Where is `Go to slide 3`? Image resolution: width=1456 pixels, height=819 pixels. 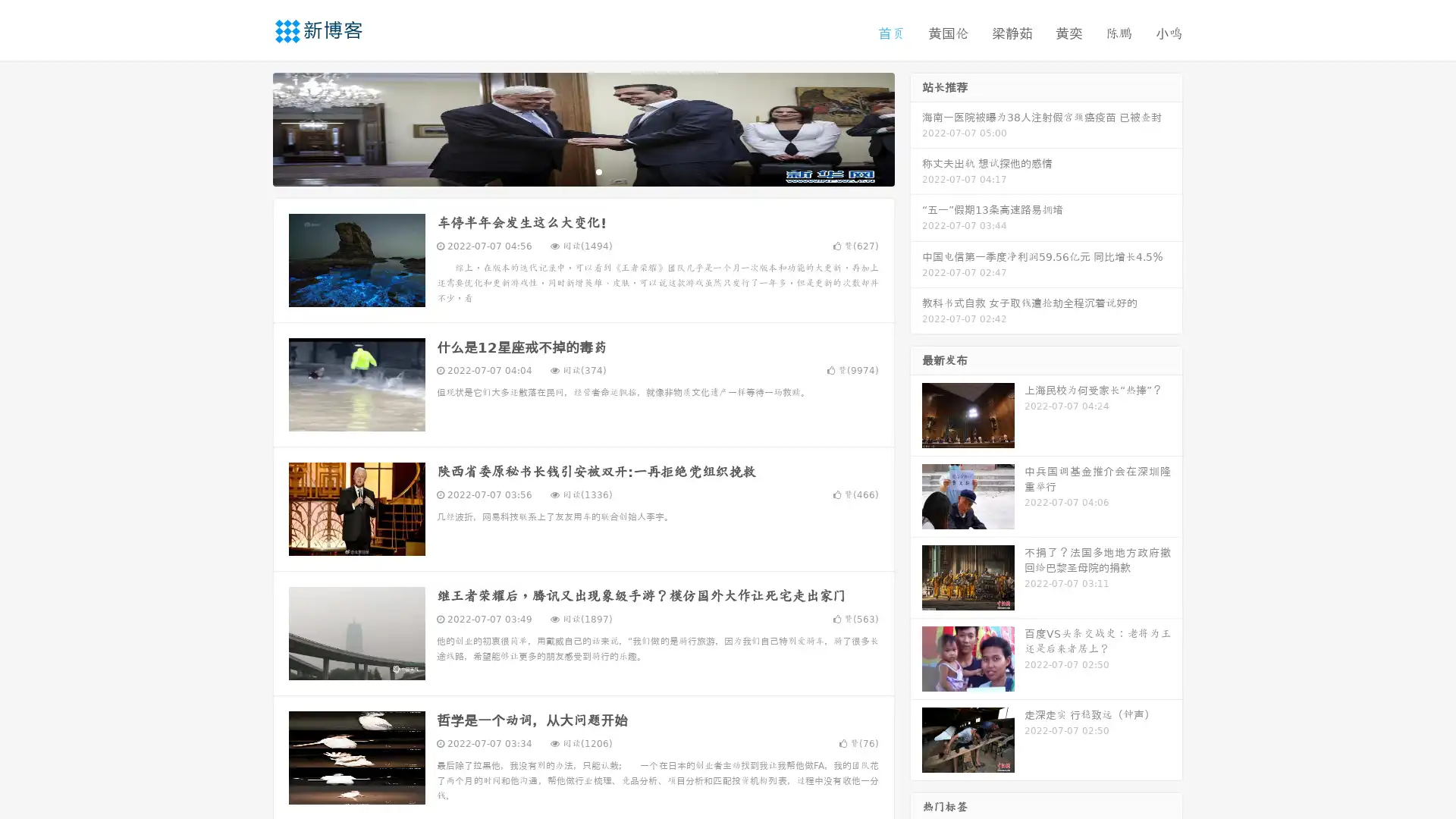 Go to slide 3 is located at coordinates (598, 171).